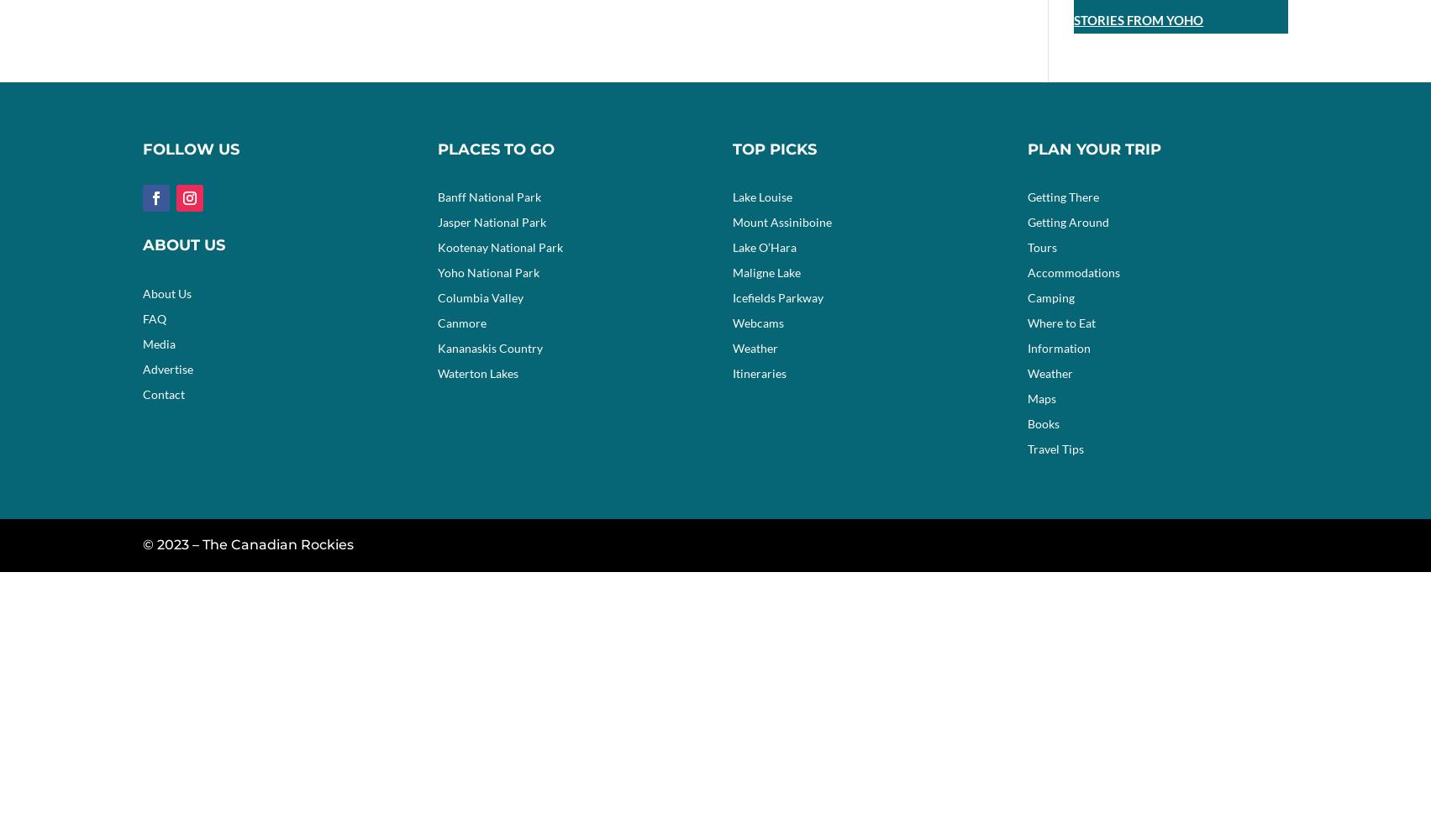 This screenshot has height=840, width=1431. Describe the element at coordinates (765, 271) in the screenshot. I see `'Maligne Lake'` at that location.